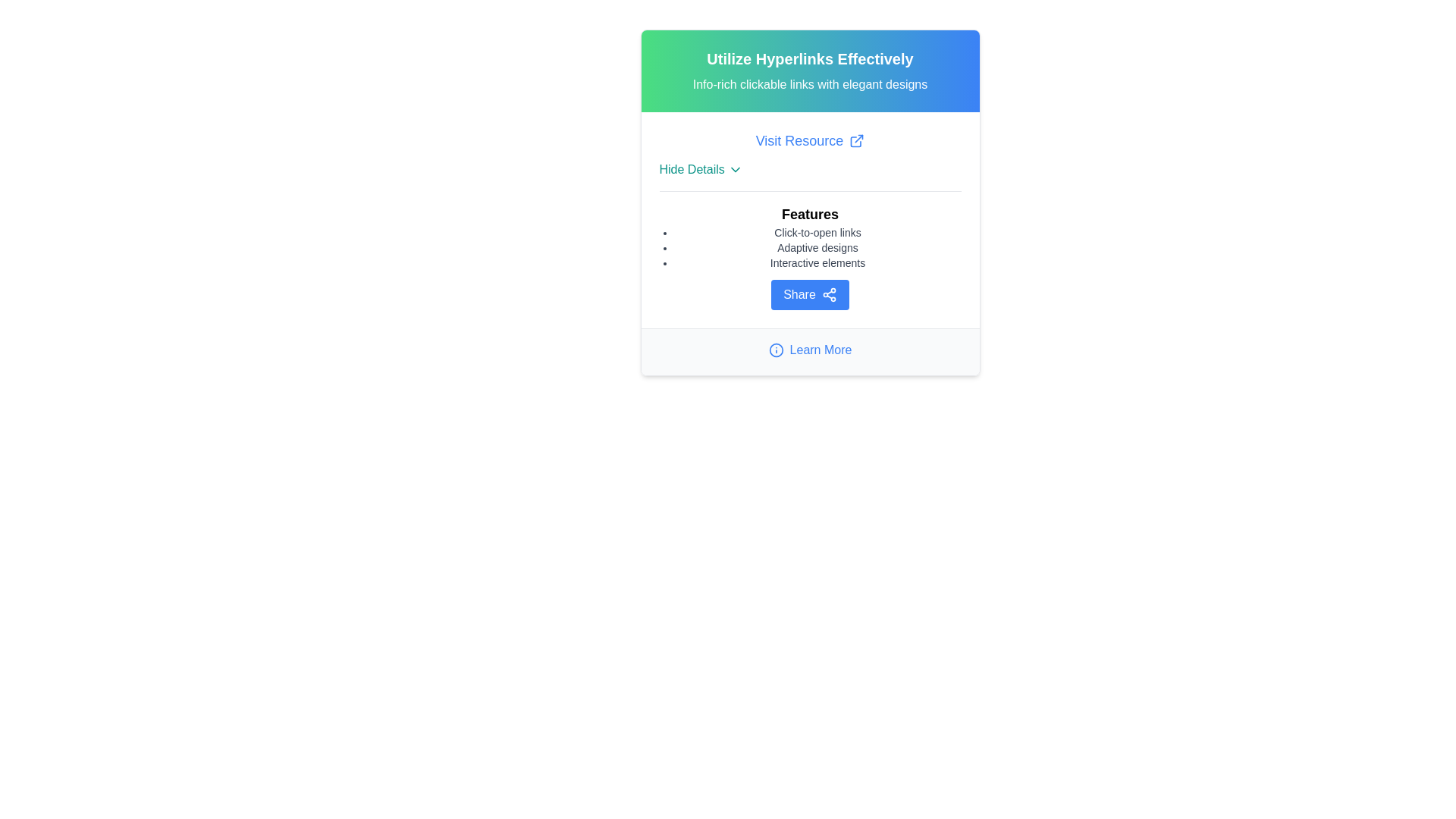 The height and width of the screenshot is (819, 1456). Describe the element at coordinates (700, 169) in the screenshot. I see `the Toggle Button with Text and Icon located below the 'Visit Resource' link` at that location.